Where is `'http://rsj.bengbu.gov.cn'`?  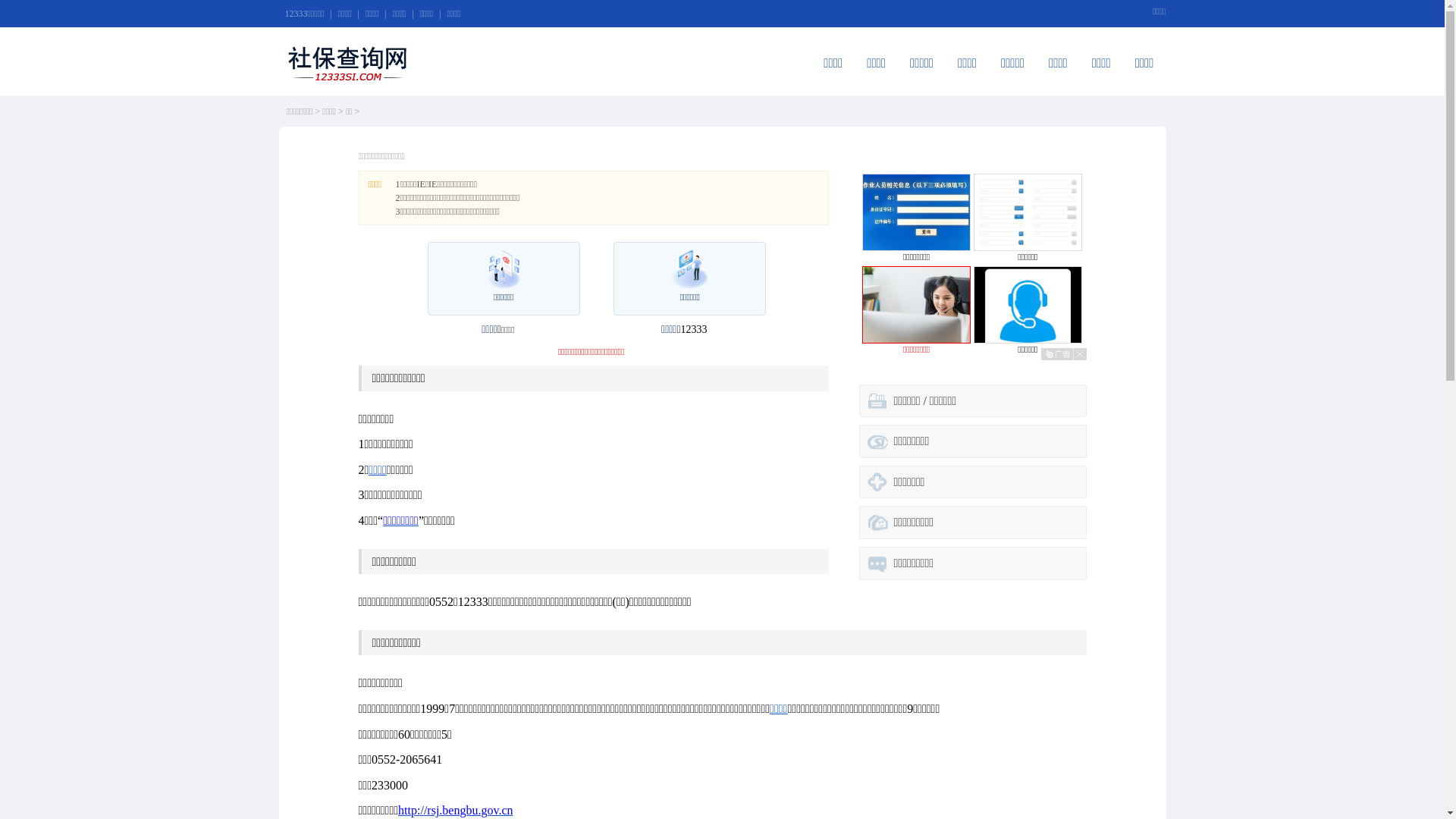
'http://rsj.bengbu.gov.cn' is located at coordinates (454, 809).